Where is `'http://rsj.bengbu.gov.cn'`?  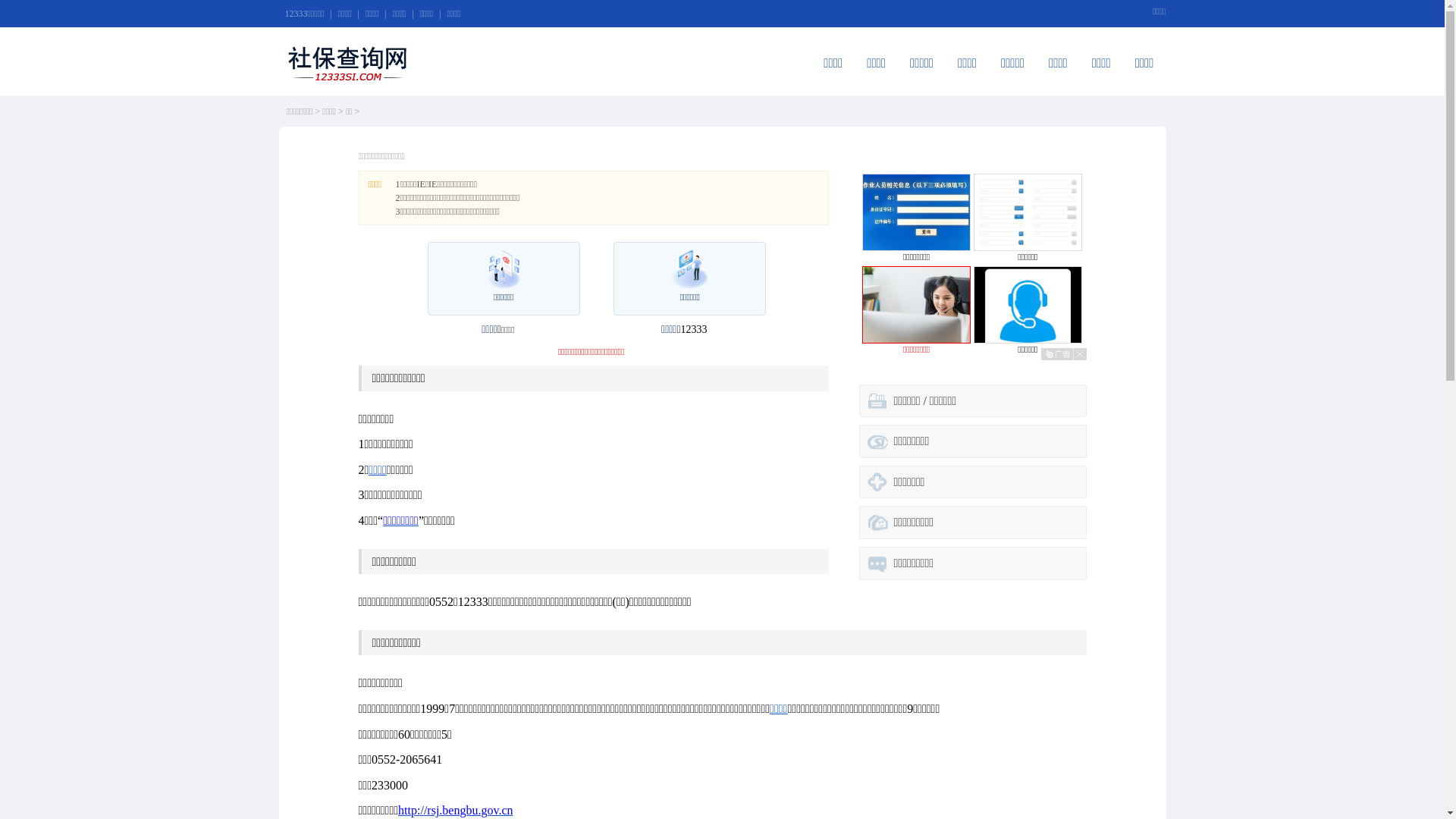
'http://rsj.bengbu.gov.cn' is located at coordinates (454, 809).